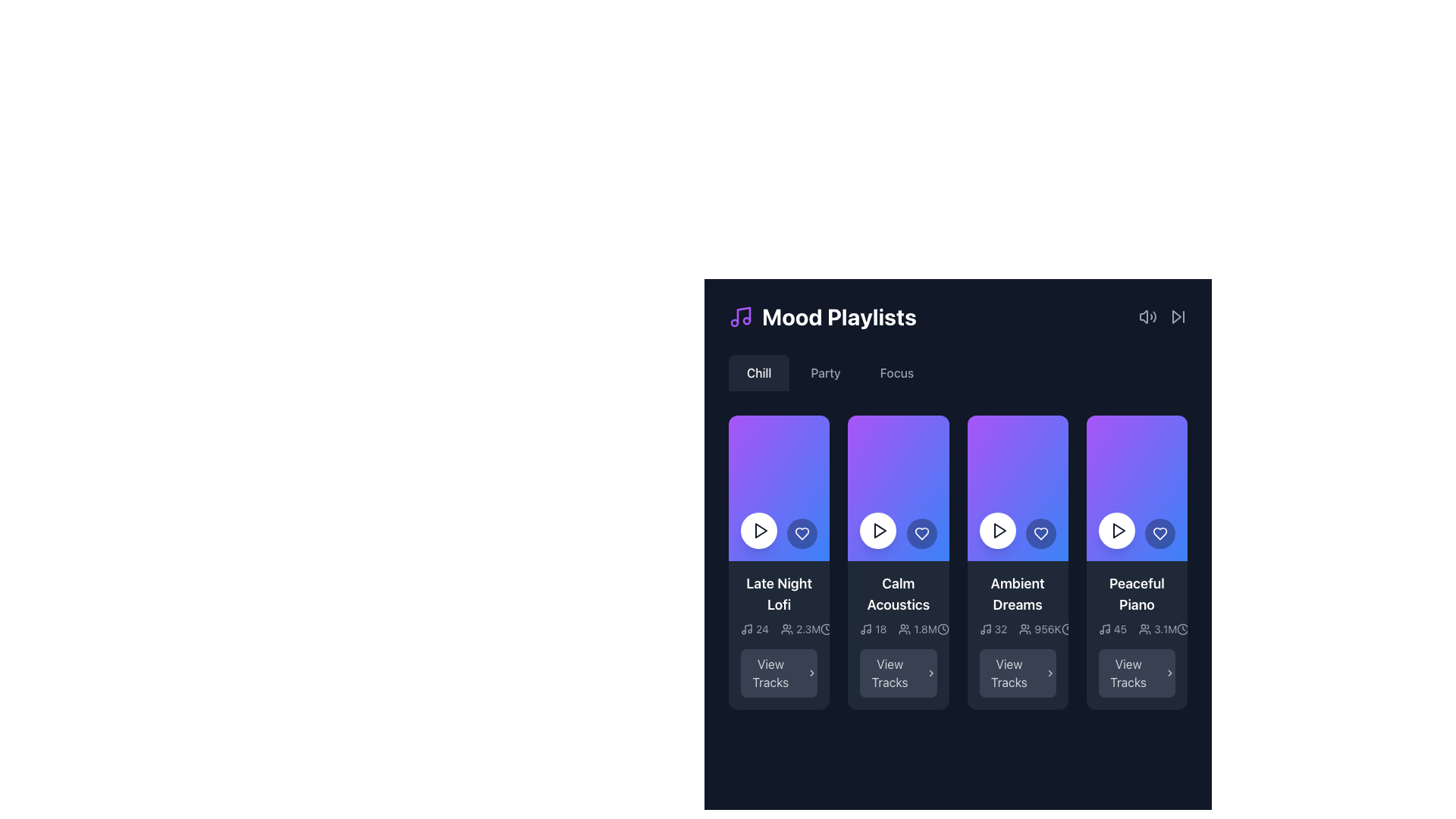 Image resolution: width=1456 pixels, height=819 pixels. What do you see at coordinates (917, 629) in the screenshot?
I see `the text '1.8M' and icon combination located in the third card from the left under the 'Calm Acoustics' heading, positioned above the 'View Tracks' button` at bounding box center [917, 629].